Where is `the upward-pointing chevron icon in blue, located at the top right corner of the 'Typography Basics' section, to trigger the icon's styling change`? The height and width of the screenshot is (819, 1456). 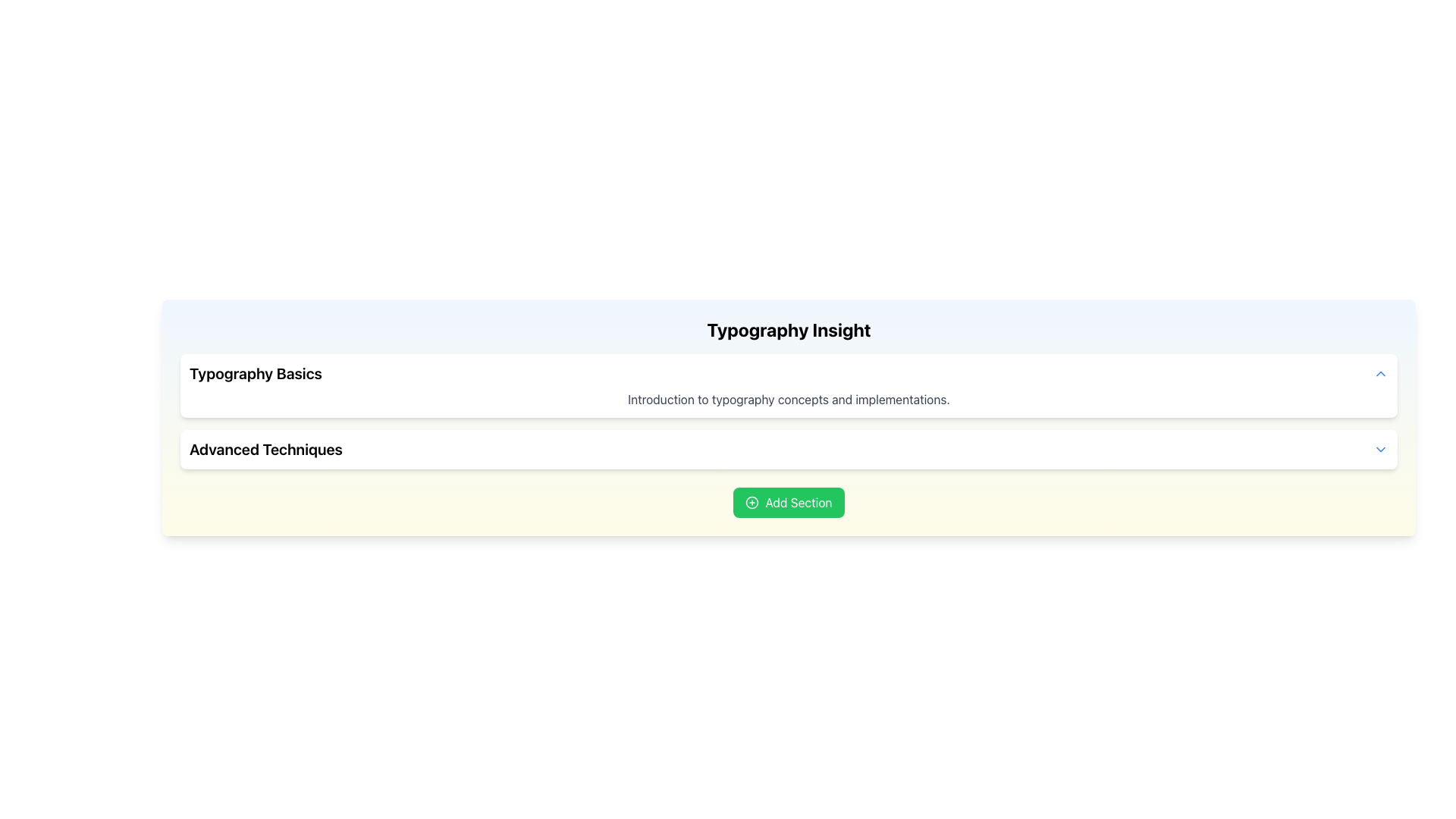
the upward-pointing chevron icon in blue, located at the top right corner of the 'Typography Basics' section, to trigger the icon's styling change is located at coordinates (1380, 374).